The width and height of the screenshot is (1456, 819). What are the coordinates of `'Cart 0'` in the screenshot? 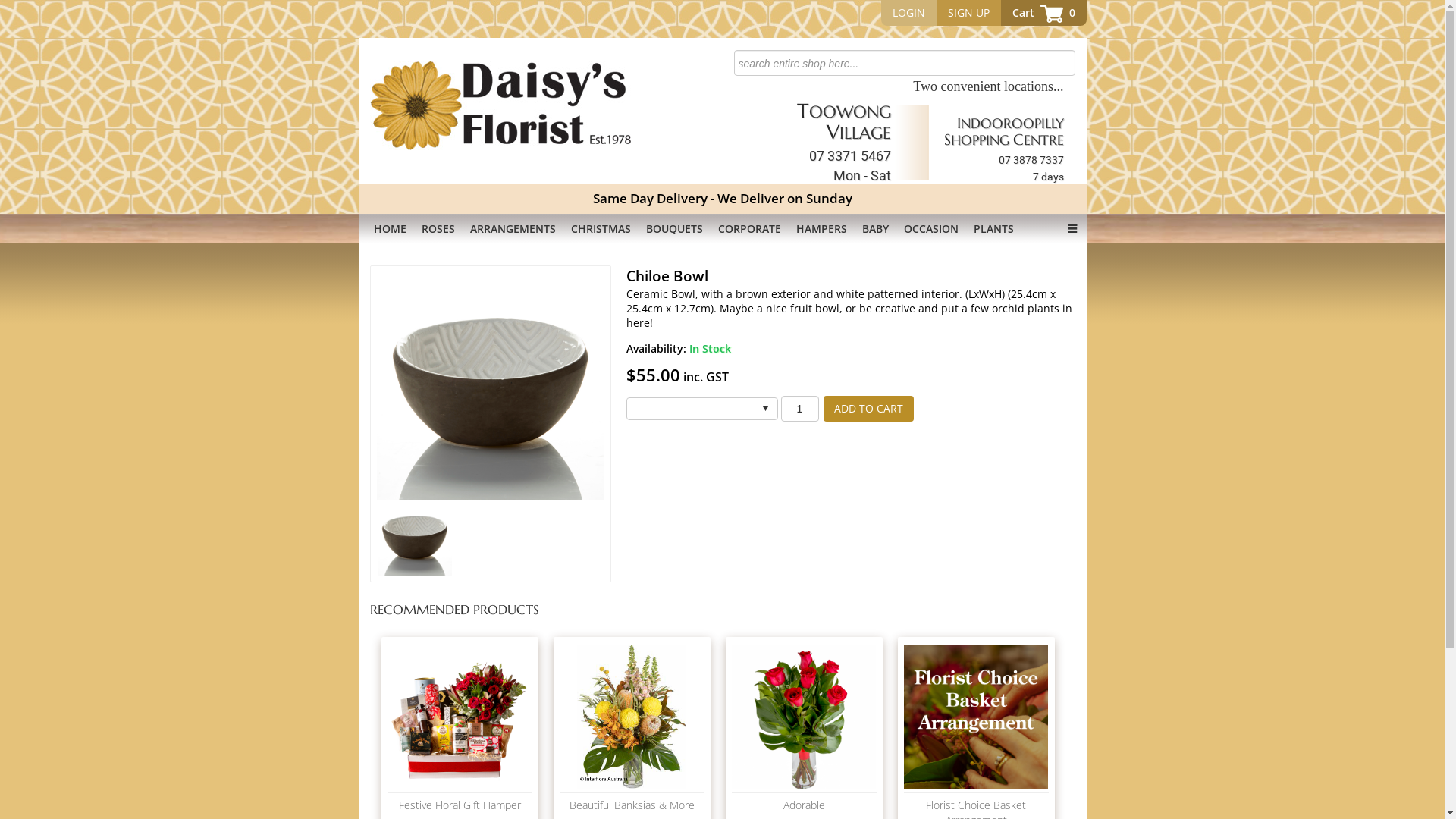 It's located at (1043, 12).